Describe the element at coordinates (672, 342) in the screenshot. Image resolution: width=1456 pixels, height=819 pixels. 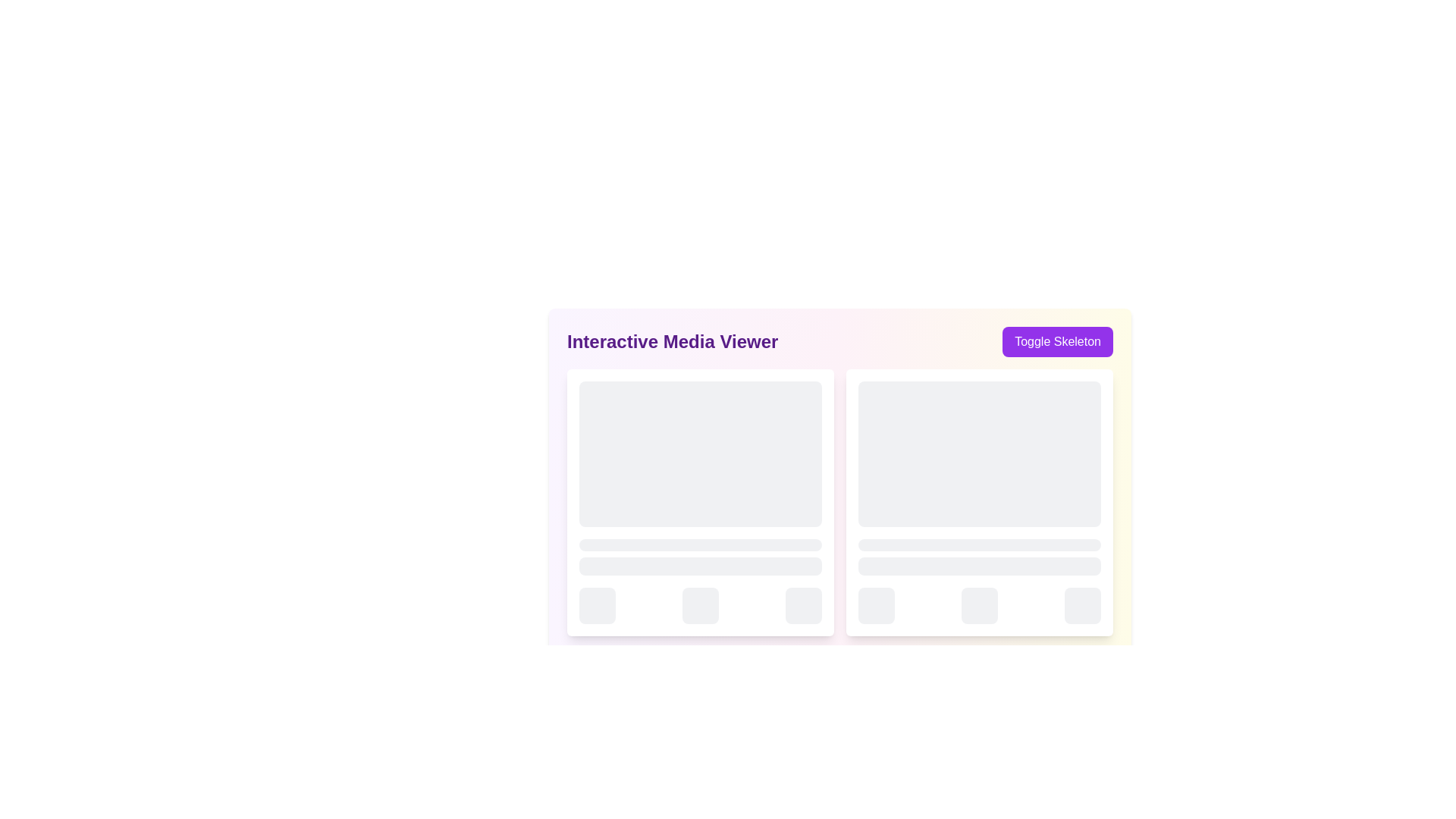
I see `text label that serves as a title or heading, positioned to the left of the 'Toggle Skeleton' button` at that location.